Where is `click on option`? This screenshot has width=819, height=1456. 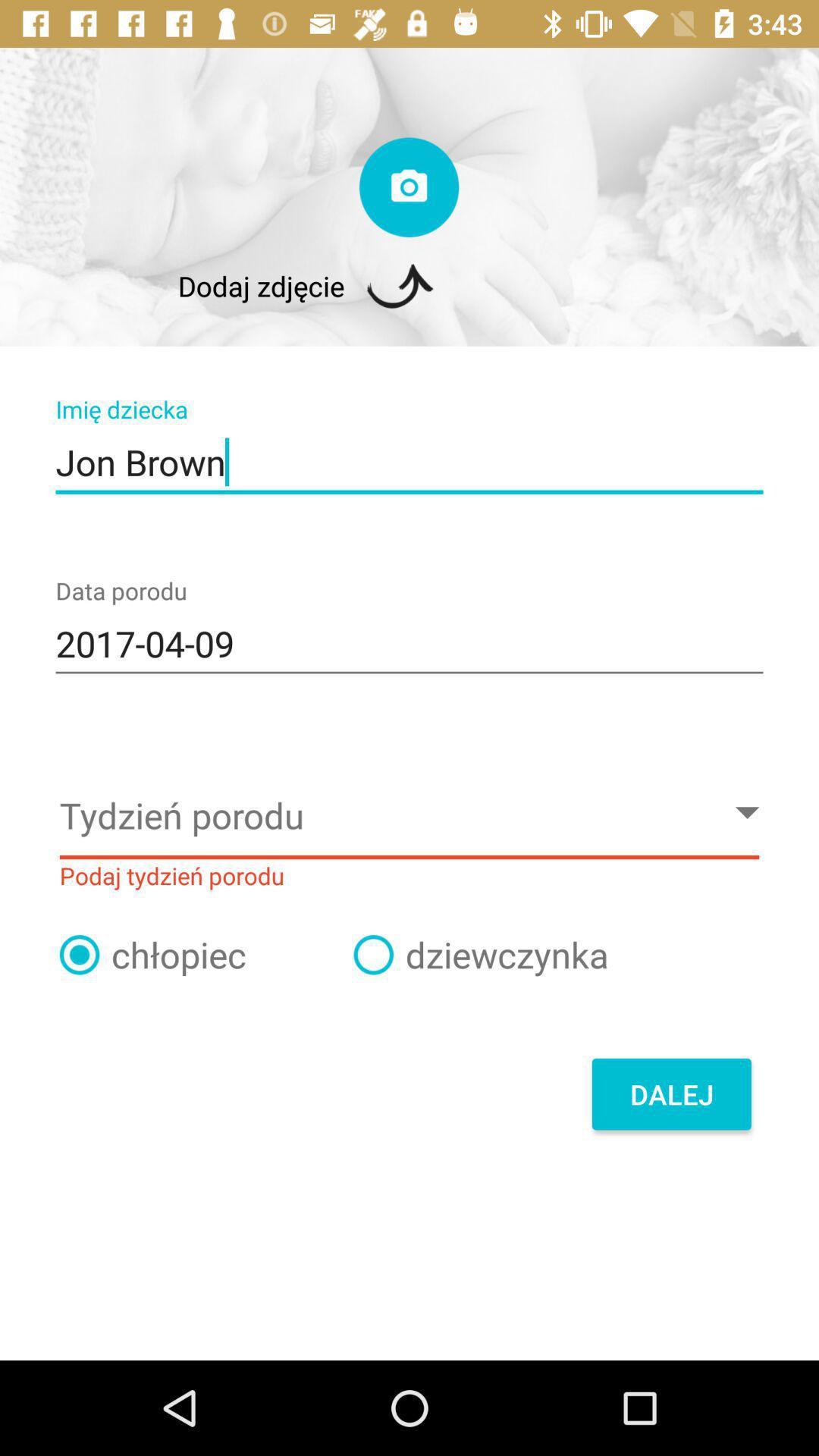 click on option is located at coordinates (373, 954).